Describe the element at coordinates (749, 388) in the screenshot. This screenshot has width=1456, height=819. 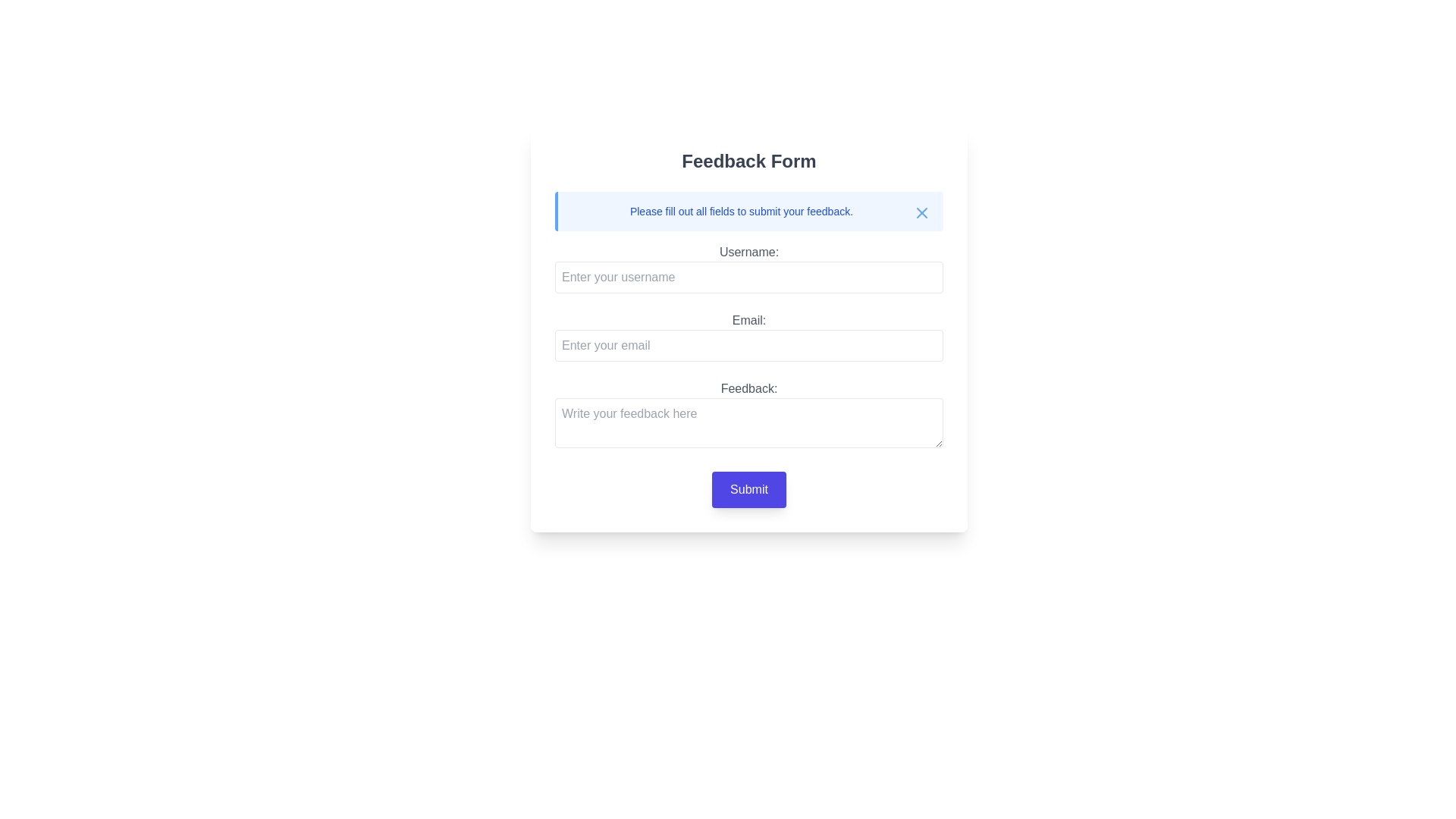
I see `the static text label that indicates the input field for feedback, located directly above the feedback text area and below the 'Email:' field in the middle of the form layout` at that location.